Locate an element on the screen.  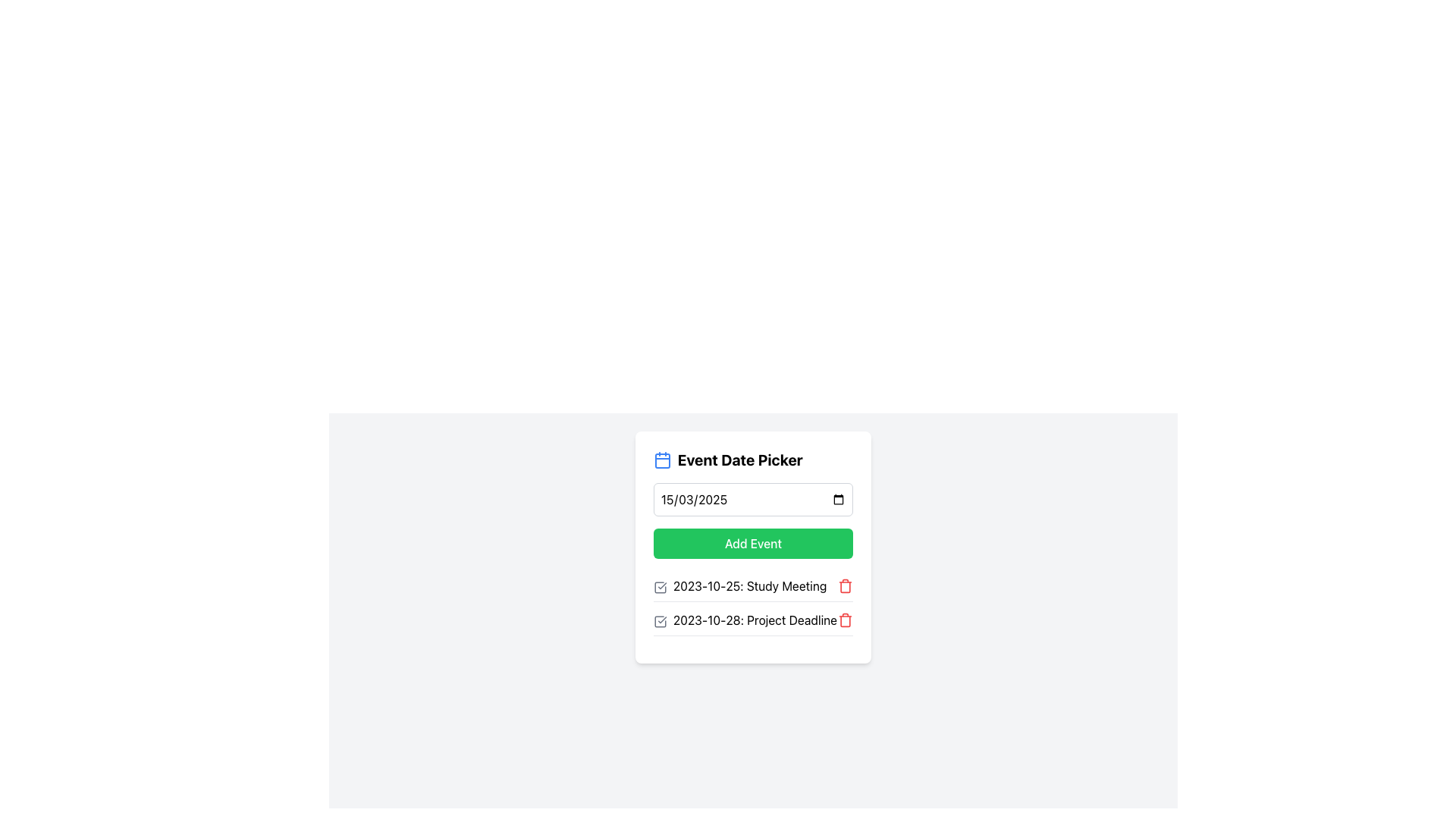
the date input field styled with a border and rounded corners, located below 'Event Date Picker' and above the 'Add Event' button is located at coordinates (753, 500).